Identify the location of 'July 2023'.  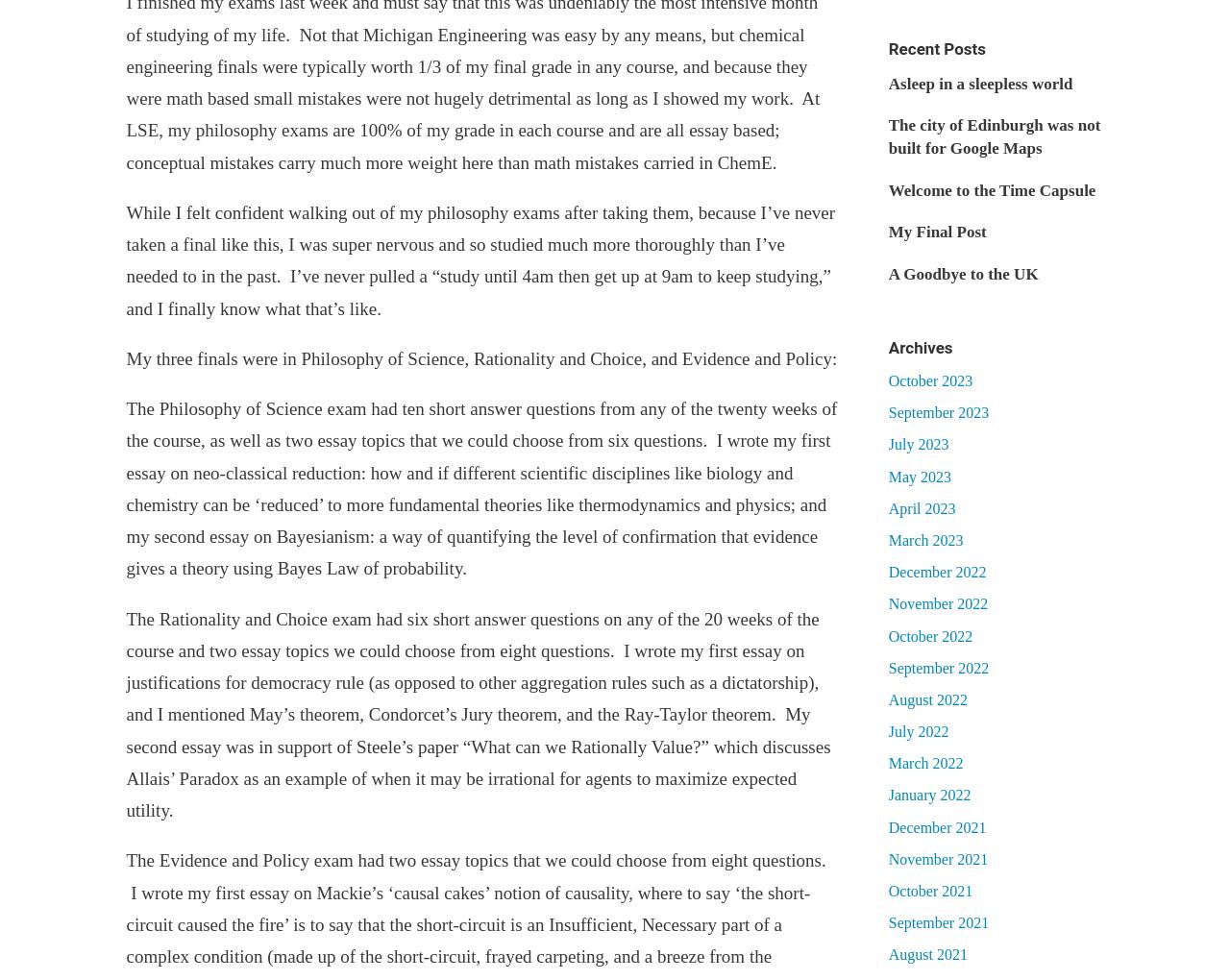
(917, 443).